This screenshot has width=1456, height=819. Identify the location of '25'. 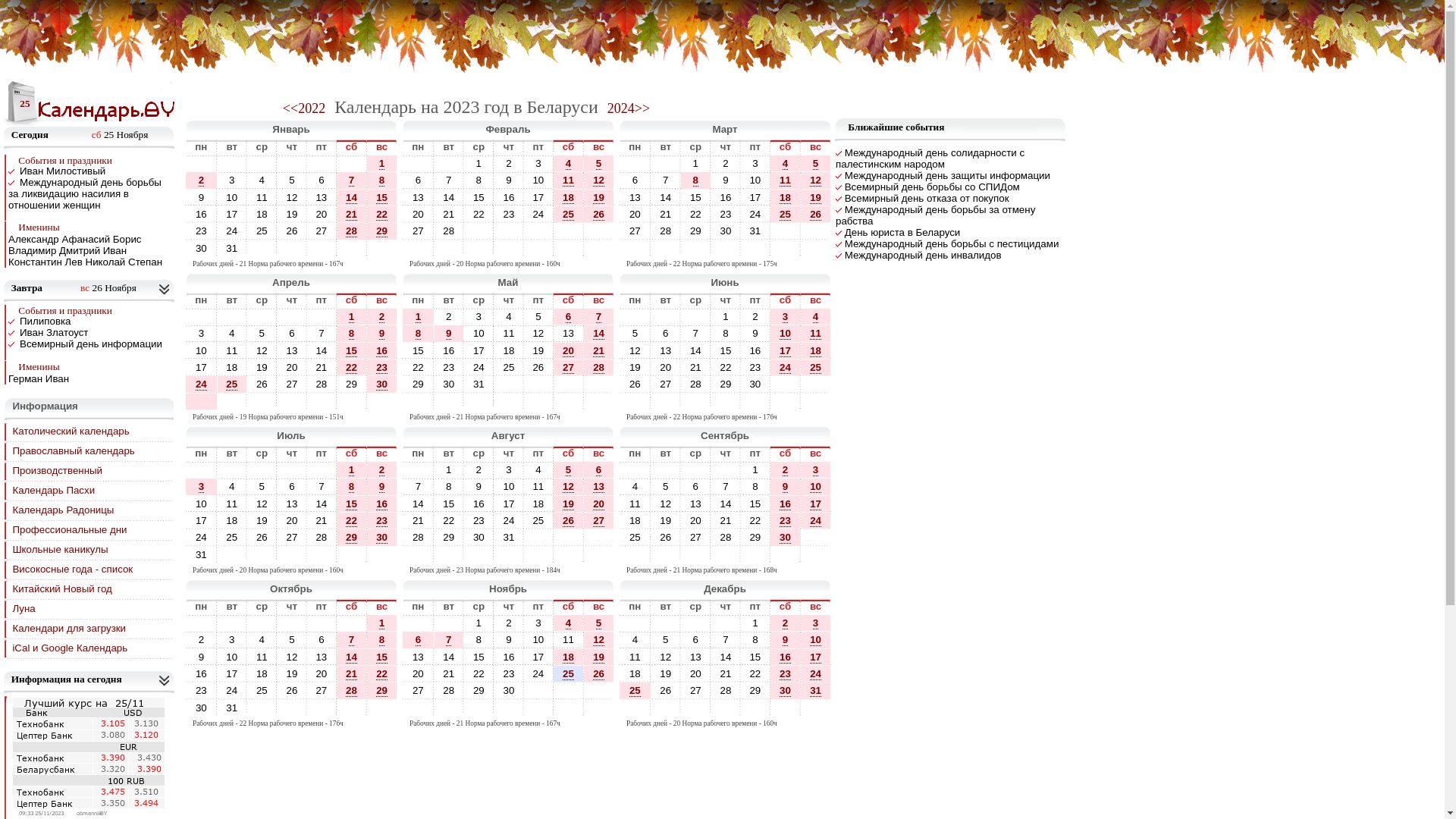
(785, 214).